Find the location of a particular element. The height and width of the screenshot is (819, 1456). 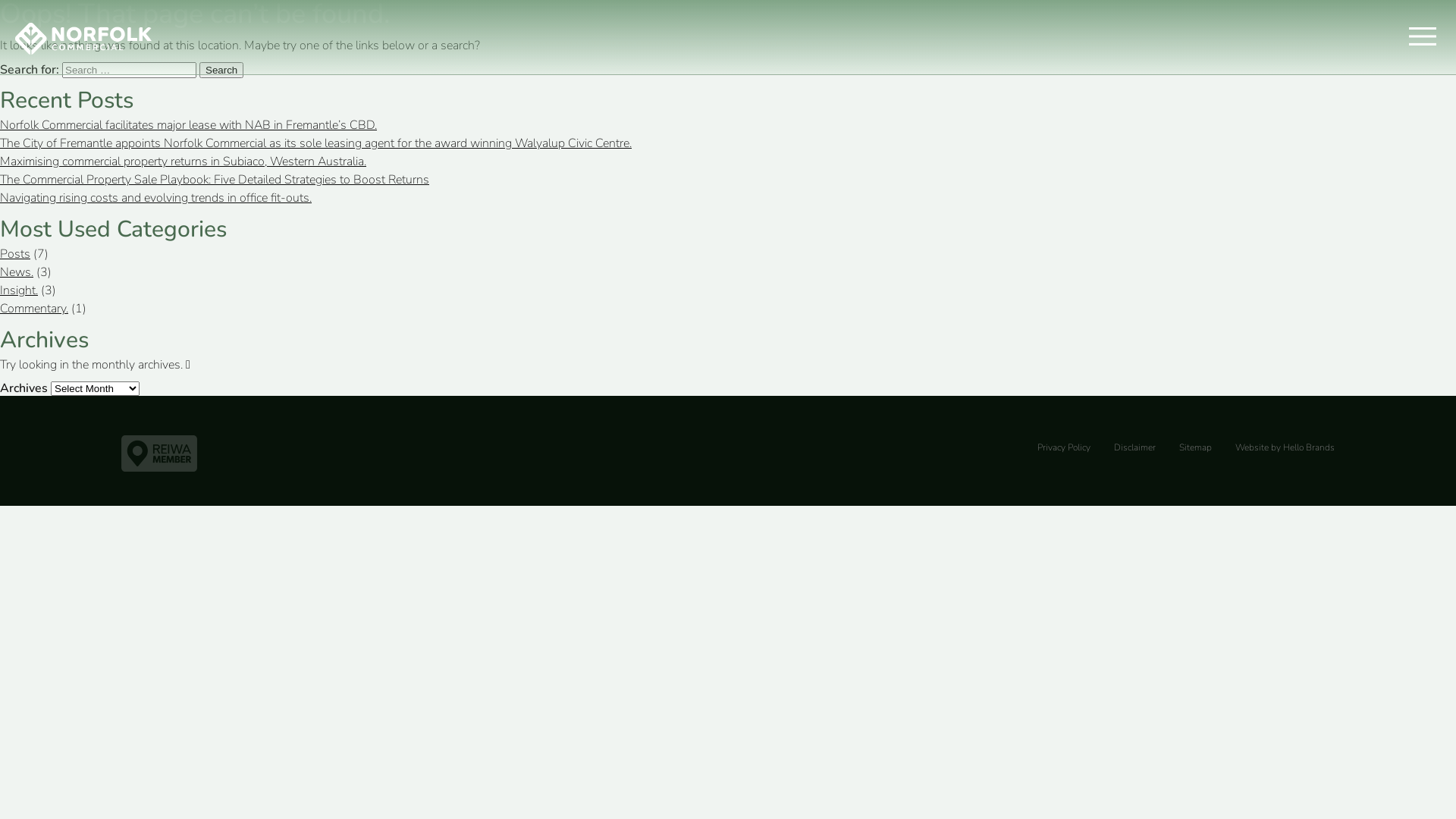

'Website by Hello Brands' is located at coordinates (1284, 447).